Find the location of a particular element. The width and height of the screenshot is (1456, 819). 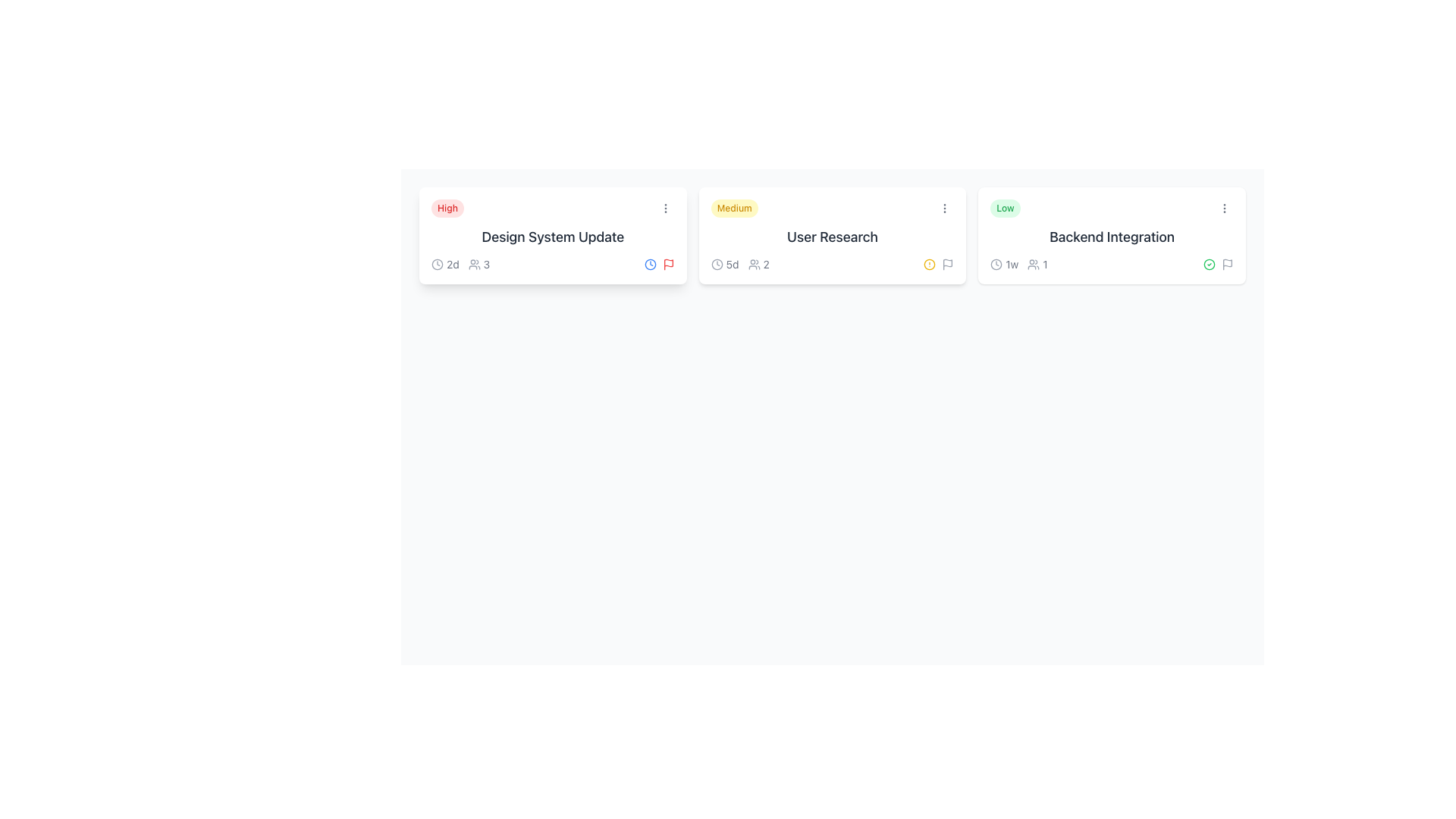

circular icon with a green border and a tick inside, located at the bottom-right corner of the 'Backend Integration' card is located at coordinates (1208, 263).